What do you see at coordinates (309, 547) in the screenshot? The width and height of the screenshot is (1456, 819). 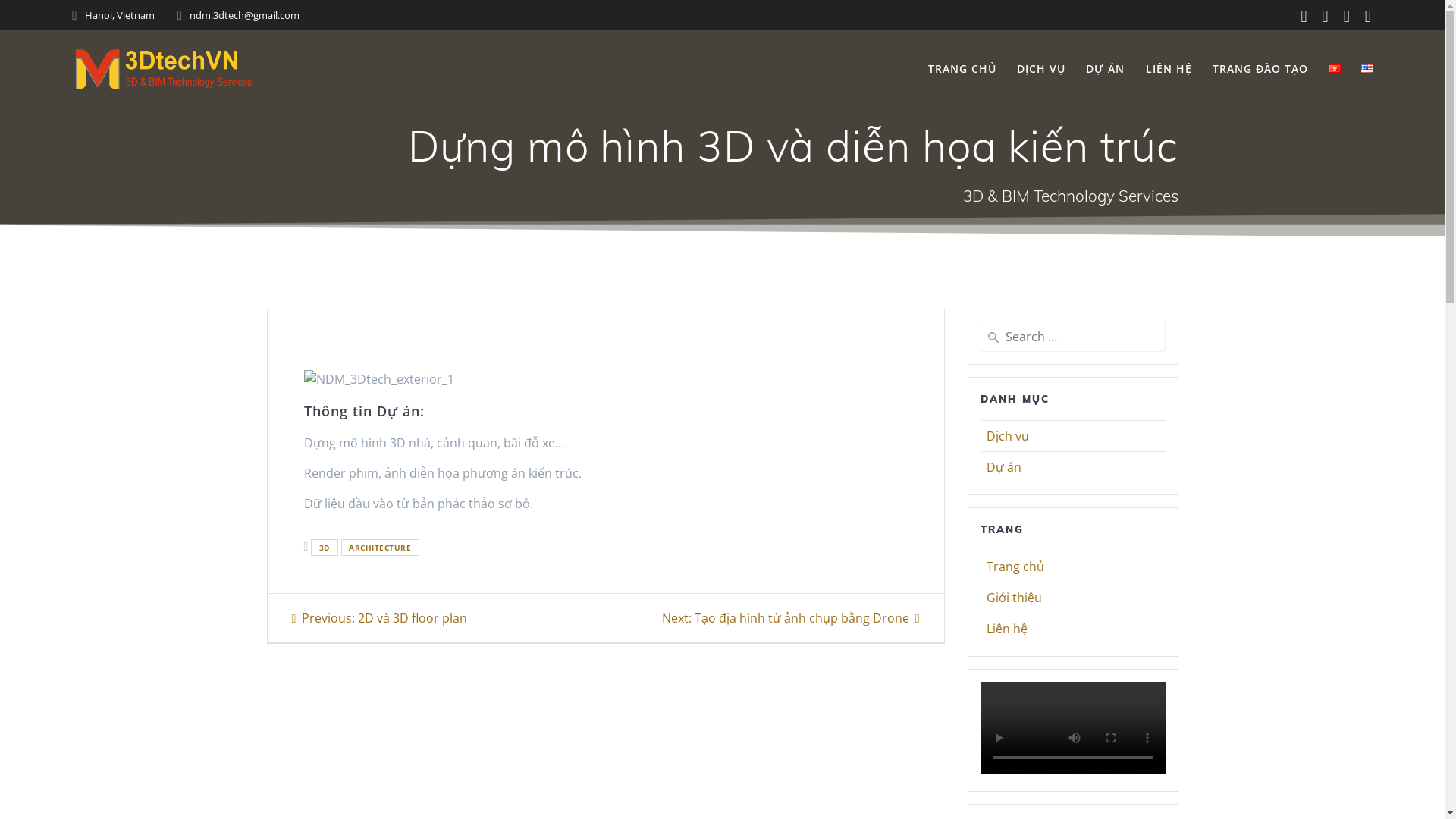 I see `'3D'` at bounding box center [309, 547].